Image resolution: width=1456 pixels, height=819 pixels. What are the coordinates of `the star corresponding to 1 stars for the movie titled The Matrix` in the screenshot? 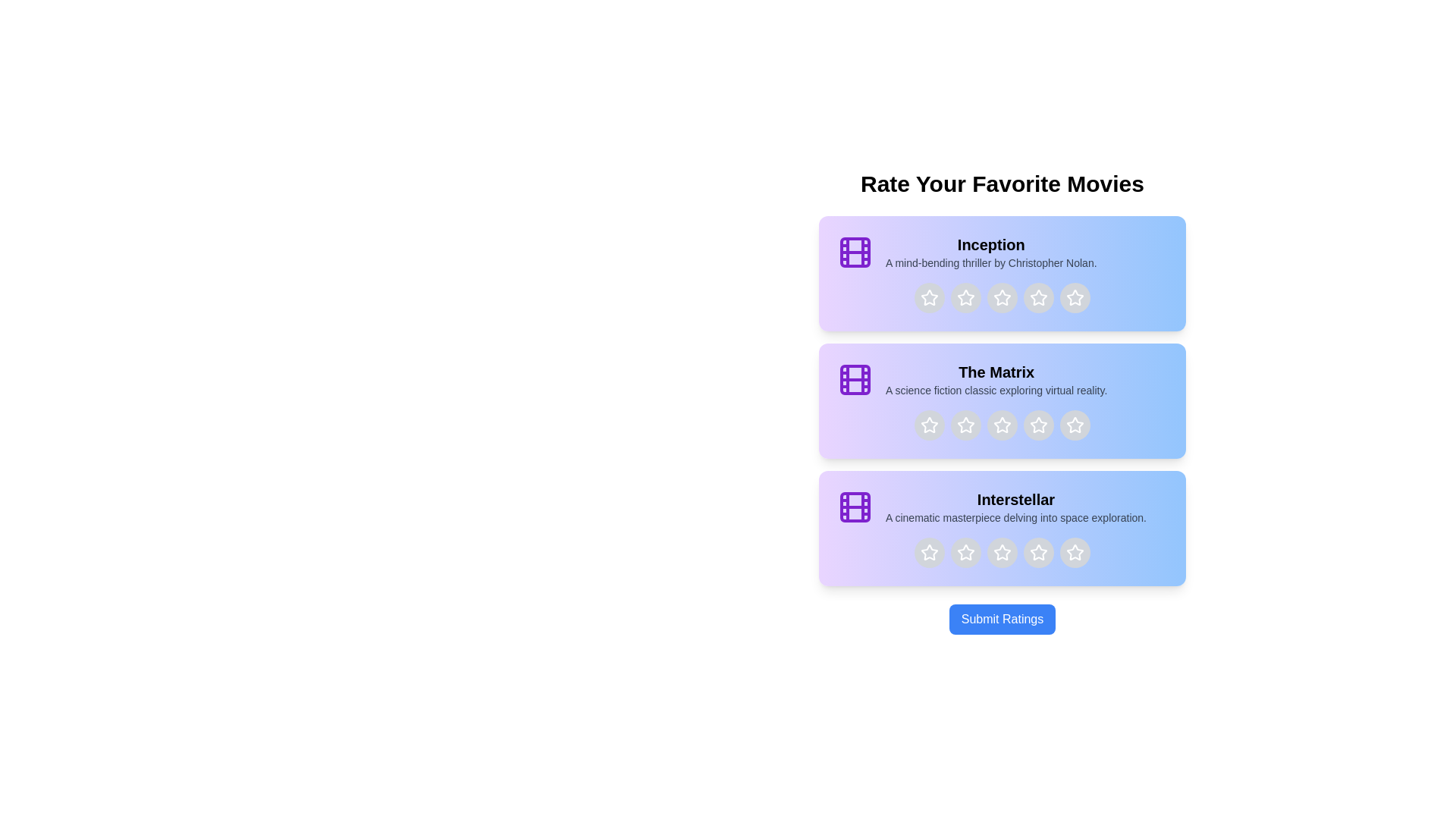 It's located at (928, 425).